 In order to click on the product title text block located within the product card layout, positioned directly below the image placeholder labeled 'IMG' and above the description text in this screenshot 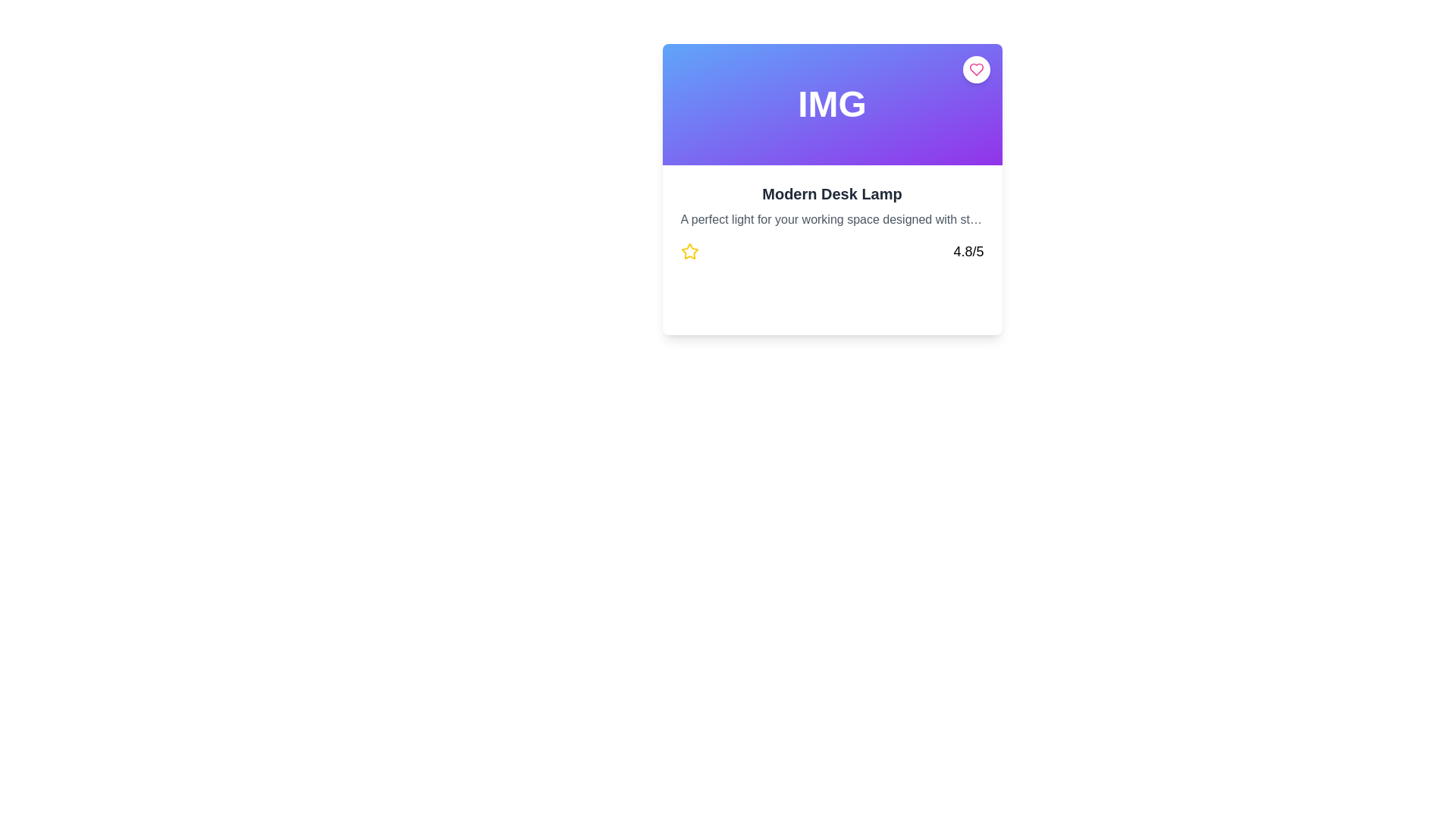, I will do `click(831, 193)`.